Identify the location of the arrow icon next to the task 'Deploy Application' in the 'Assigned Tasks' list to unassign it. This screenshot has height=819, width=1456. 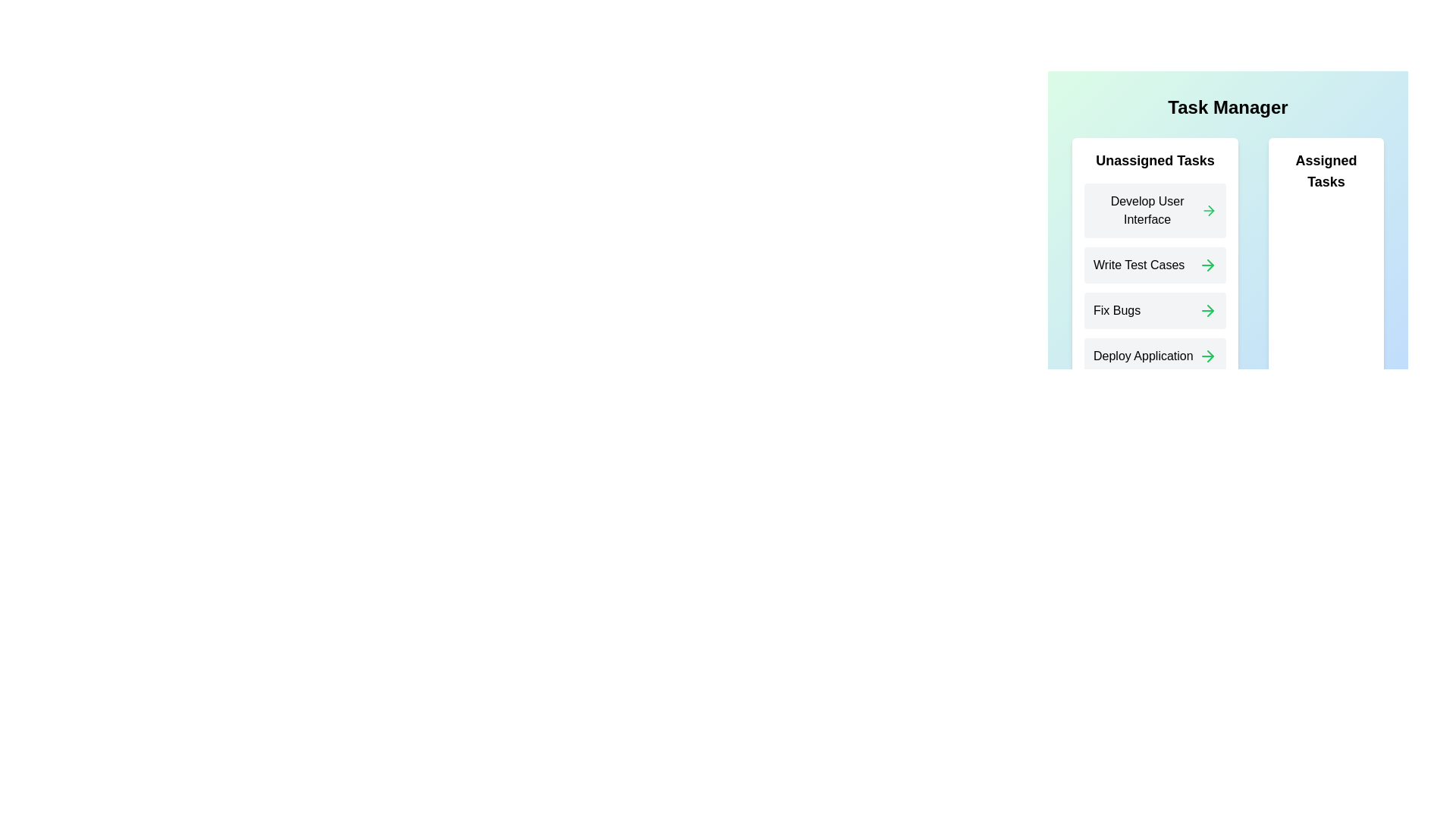
(1207, 356).